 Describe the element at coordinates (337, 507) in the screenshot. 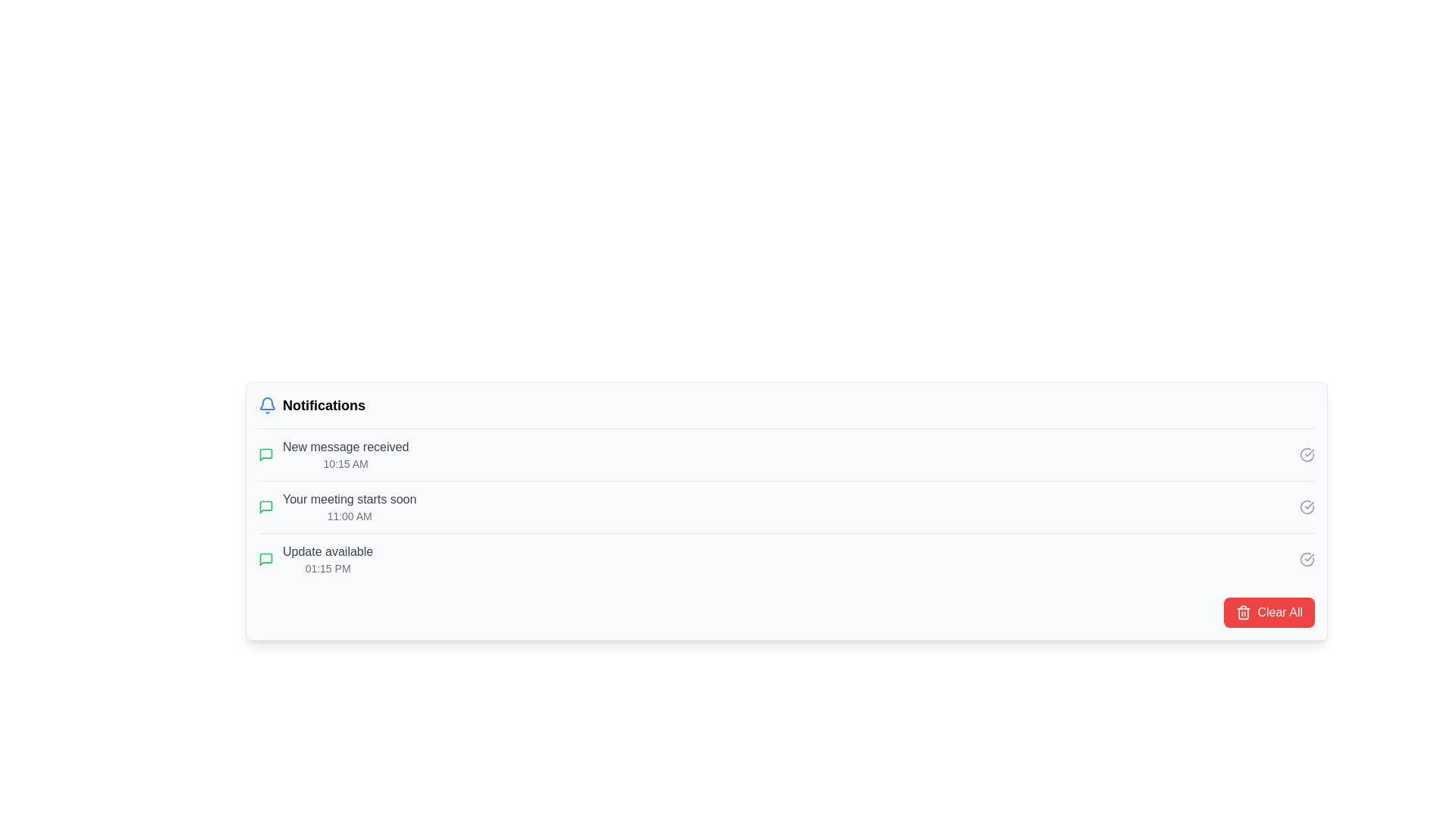

I see `the second row notification in the notification panel that reads 'Your meeting starts soon'` at that location.